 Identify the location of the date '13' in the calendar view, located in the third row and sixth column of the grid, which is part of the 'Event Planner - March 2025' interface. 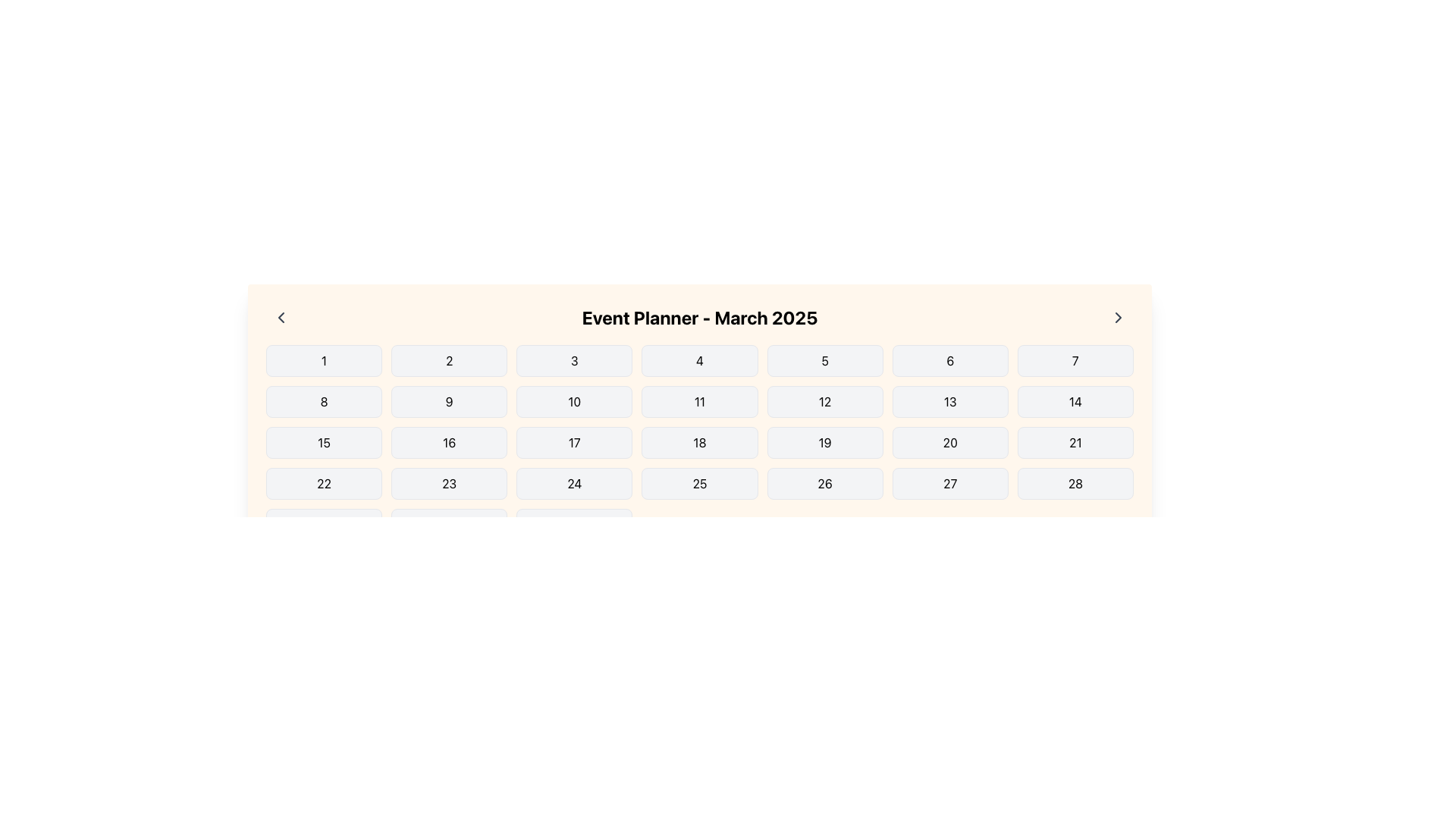
(949, 400).